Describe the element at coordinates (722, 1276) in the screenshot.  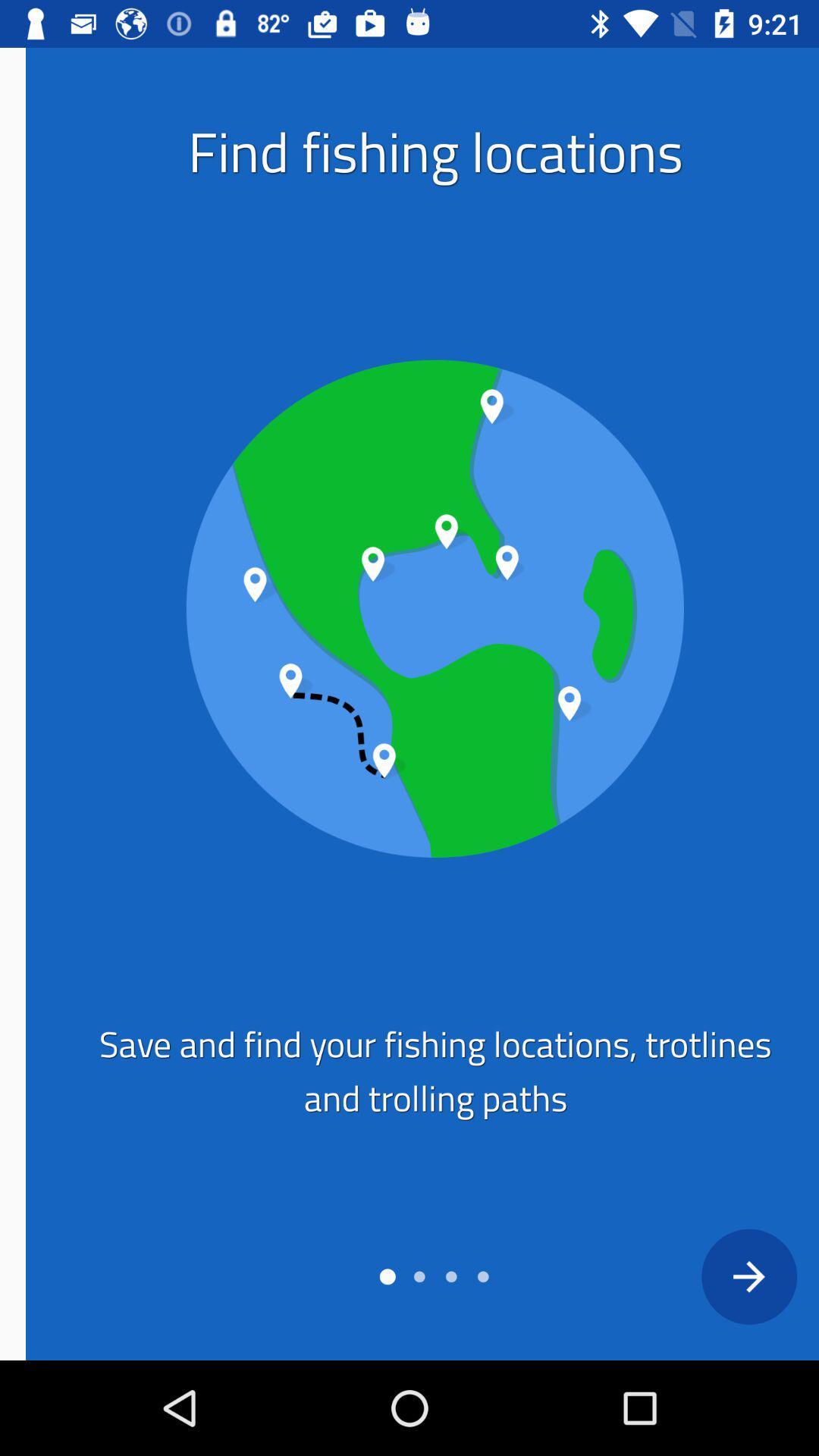
I see `go next` at that location.